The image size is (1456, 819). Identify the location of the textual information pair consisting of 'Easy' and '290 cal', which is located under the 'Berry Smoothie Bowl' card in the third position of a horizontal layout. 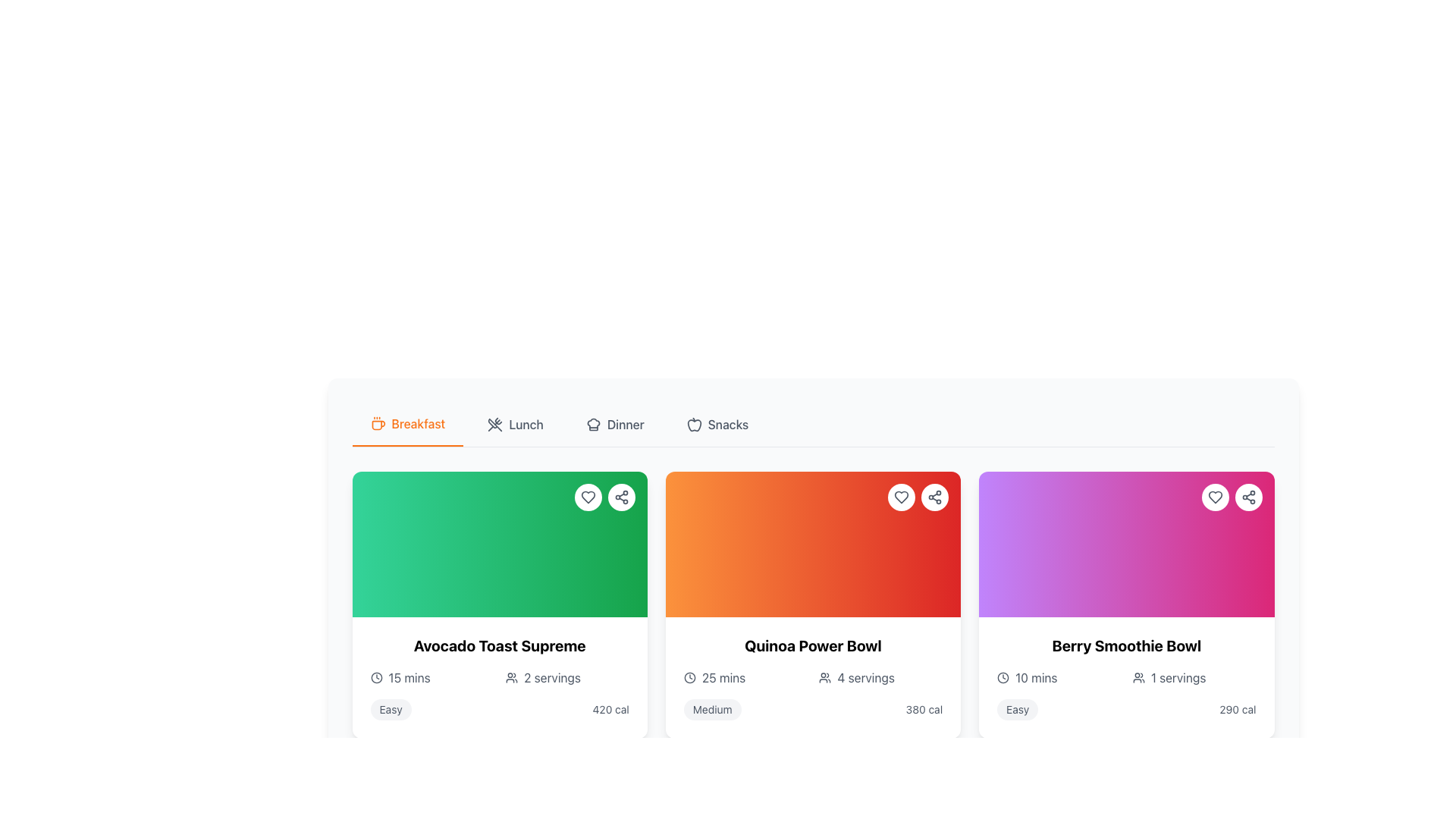
(1126, 710).